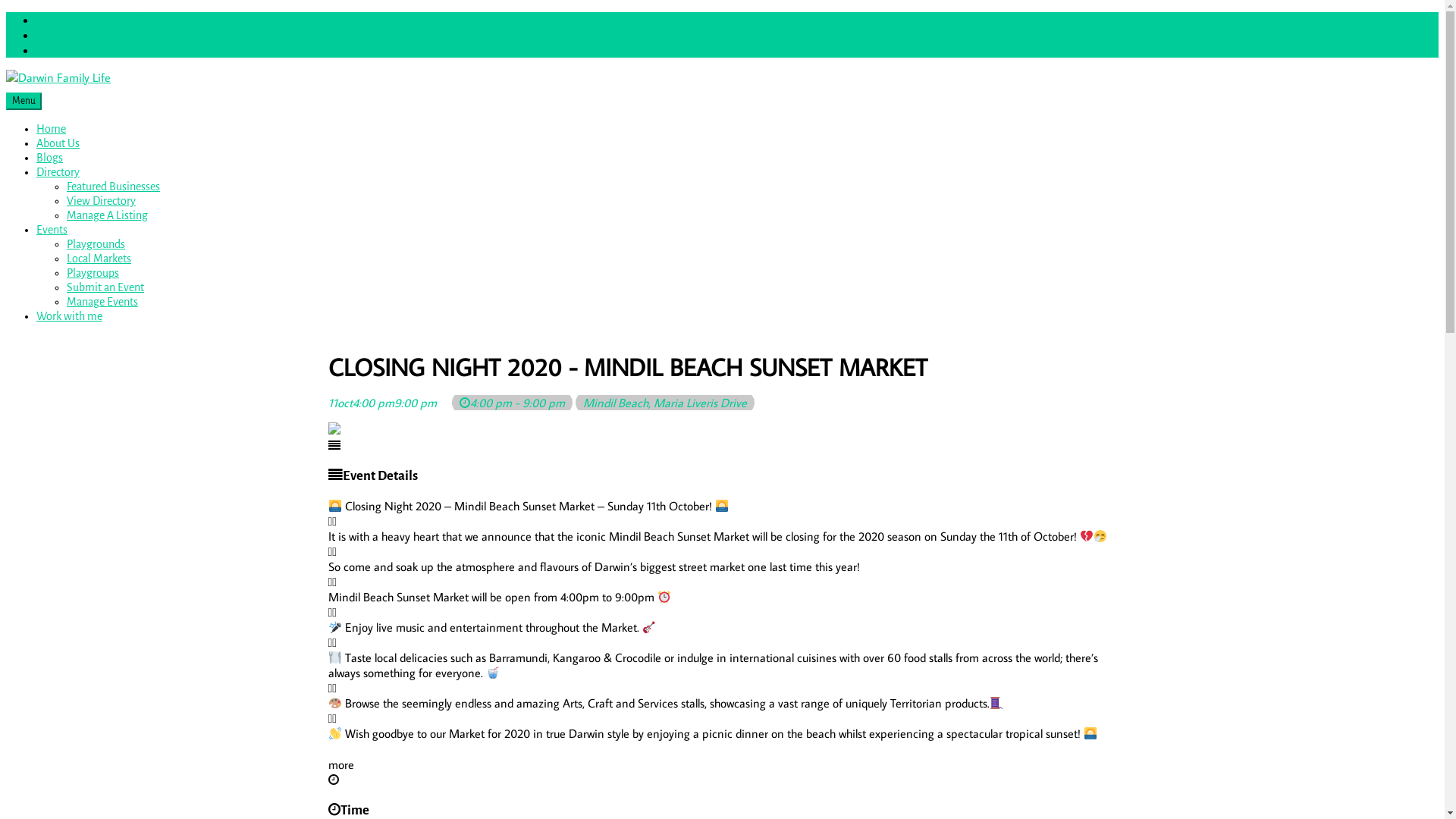 This screenshot has width=1456, height=819. What do you see at coordinates (49, 158) in the screenshot?
I see `'Blogs'` at bounding box center [49, 158].